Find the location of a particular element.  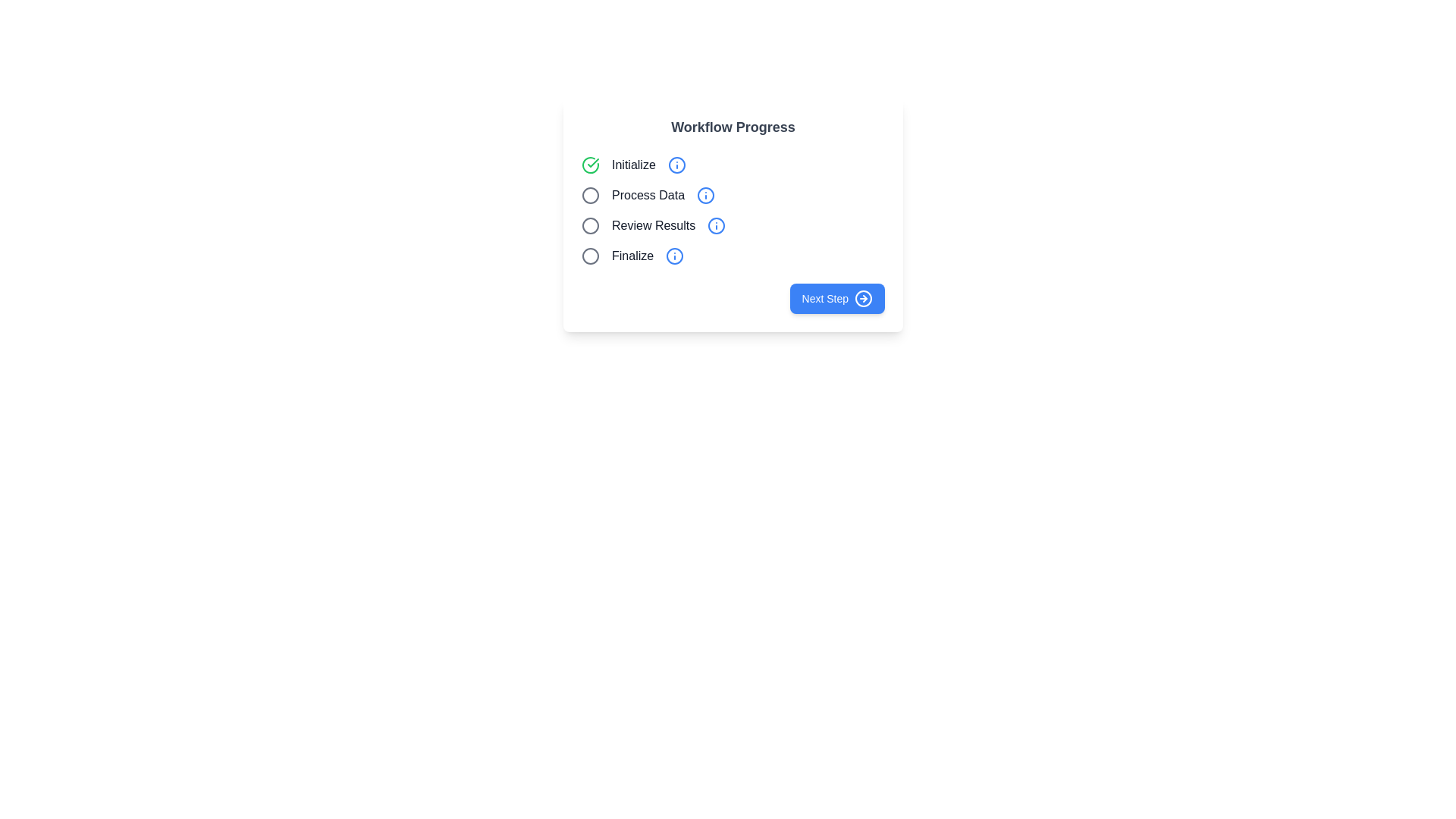

the 'Review Results' text label located in the 'Workflow Progress' section, which is the third option in a vertical list, emphasizing its importance with medium font-weight and dark gray color is located at coordinates (654, 225).